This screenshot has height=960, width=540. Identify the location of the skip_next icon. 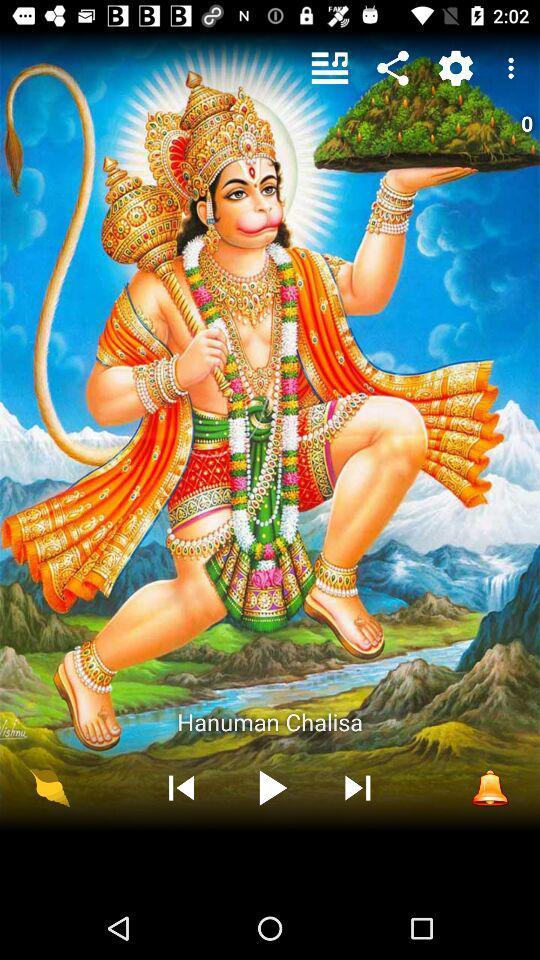
(356, 788).